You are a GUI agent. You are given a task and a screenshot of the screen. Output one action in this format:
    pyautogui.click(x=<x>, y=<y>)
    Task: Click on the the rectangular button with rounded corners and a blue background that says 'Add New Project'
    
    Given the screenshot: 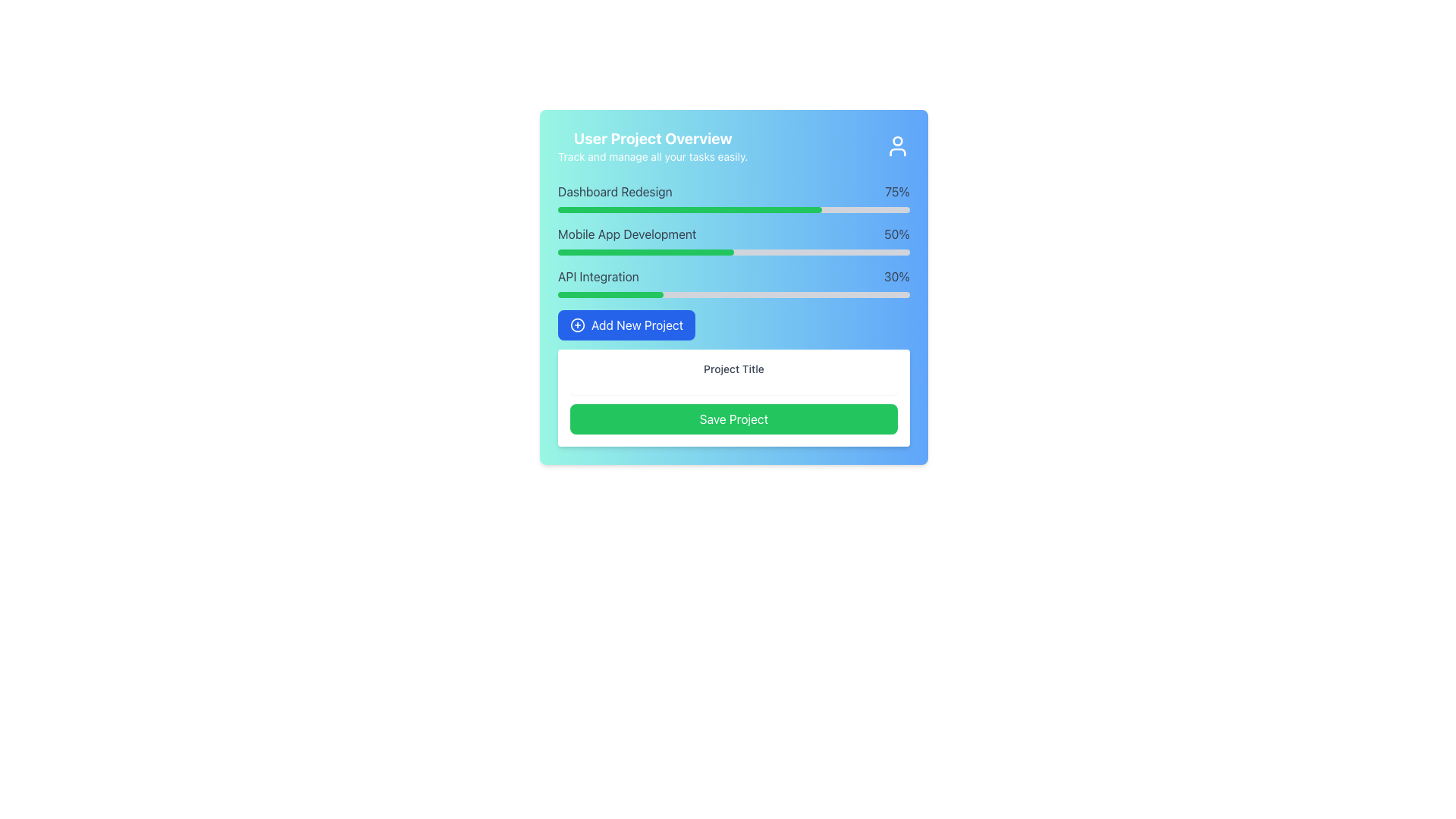 What is the action you would take?
    pyautogui.click(x=626, y=324)
    